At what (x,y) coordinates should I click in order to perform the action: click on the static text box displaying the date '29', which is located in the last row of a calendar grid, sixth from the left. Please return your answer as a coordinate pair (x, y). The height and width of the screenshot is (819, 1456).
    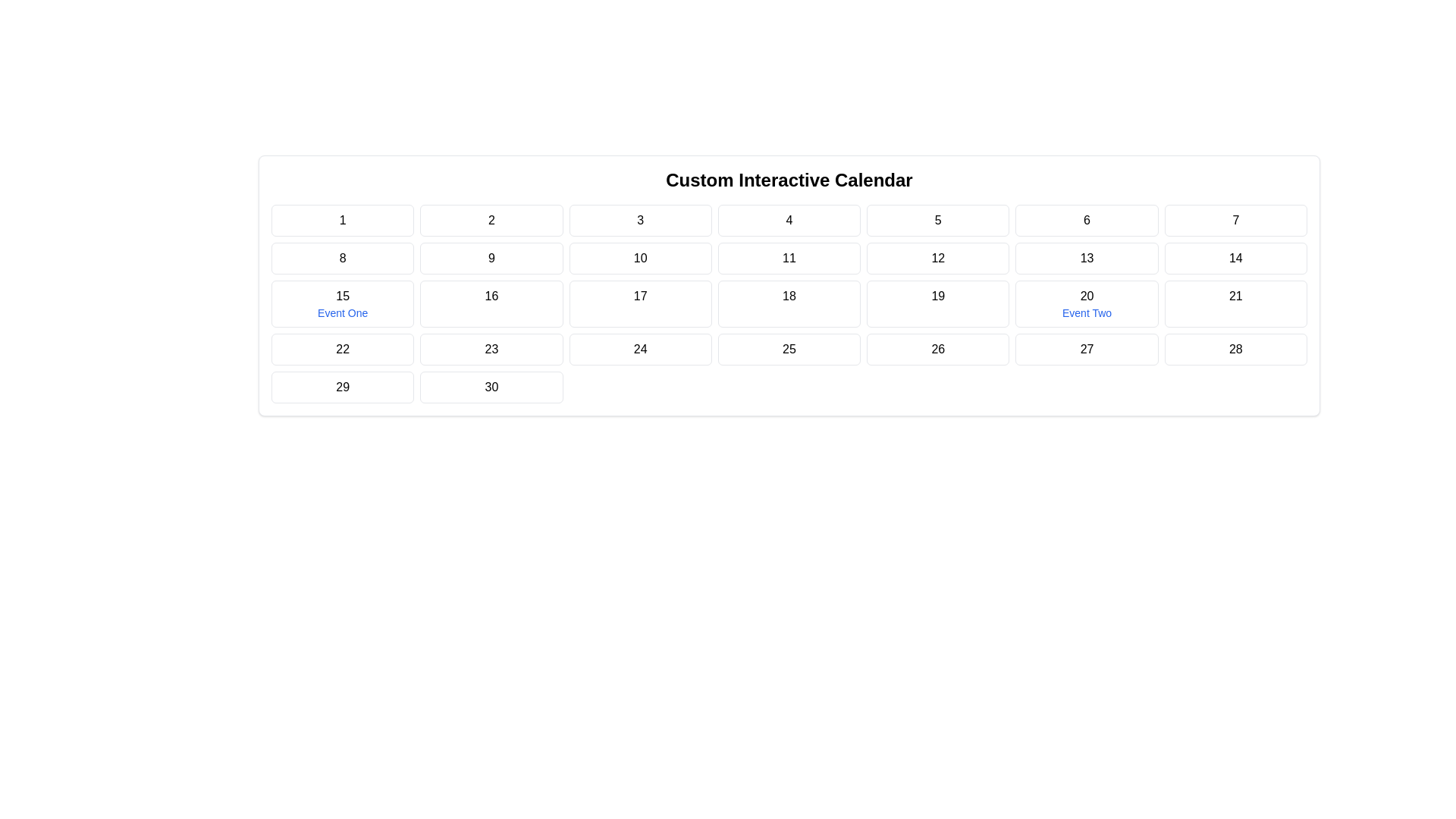
    Looking at the image, I should click on (342, 386).